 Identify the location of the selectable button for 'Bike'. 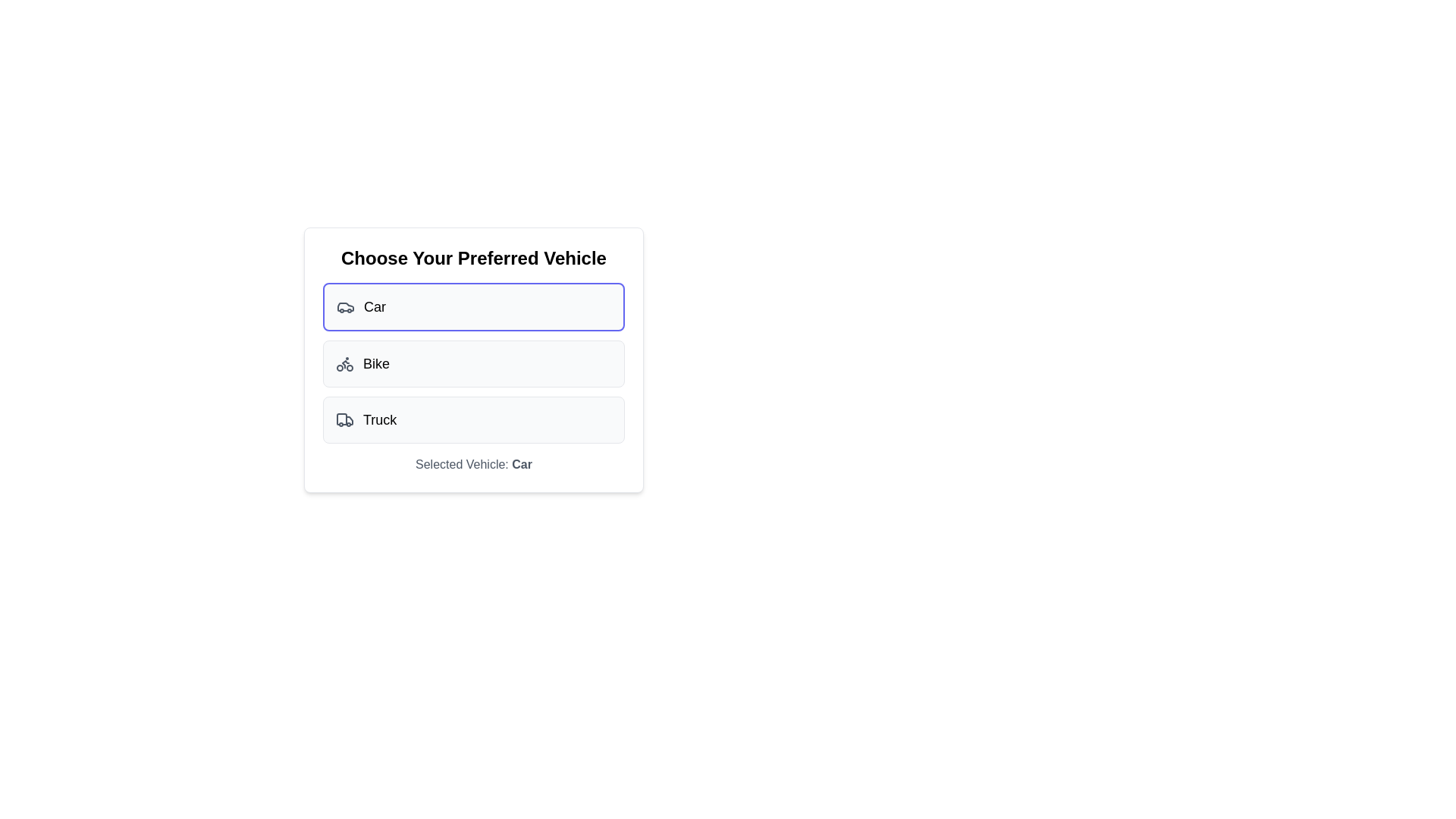
(472, 362).